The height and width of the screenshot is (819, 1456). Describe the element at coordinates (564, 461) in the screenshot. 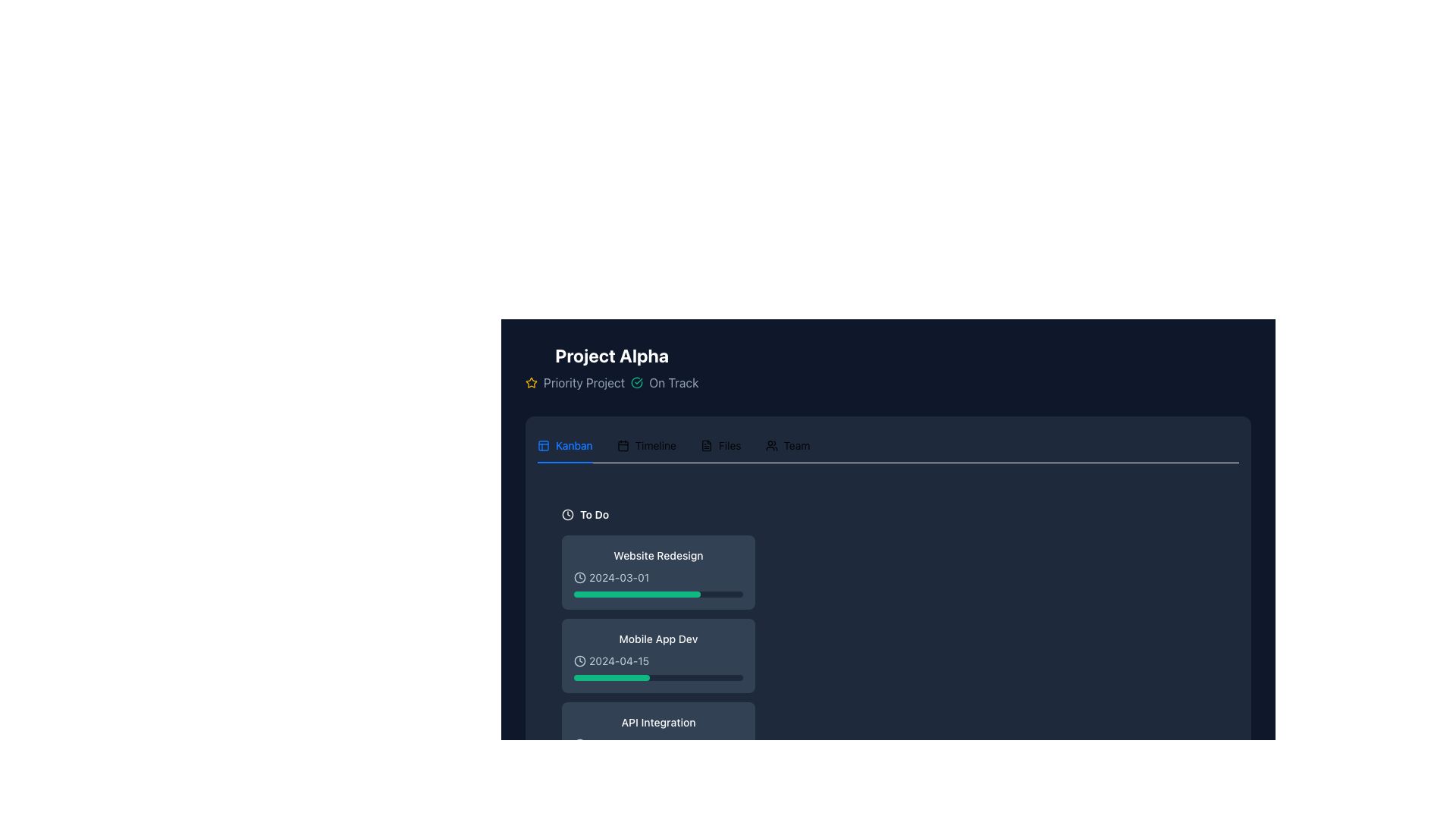

I see `the Active Tab Indicator, which is a thin rectangular bar styled as an underline located beneath the 'Kanban' tab label in the navigation bar` at that location.